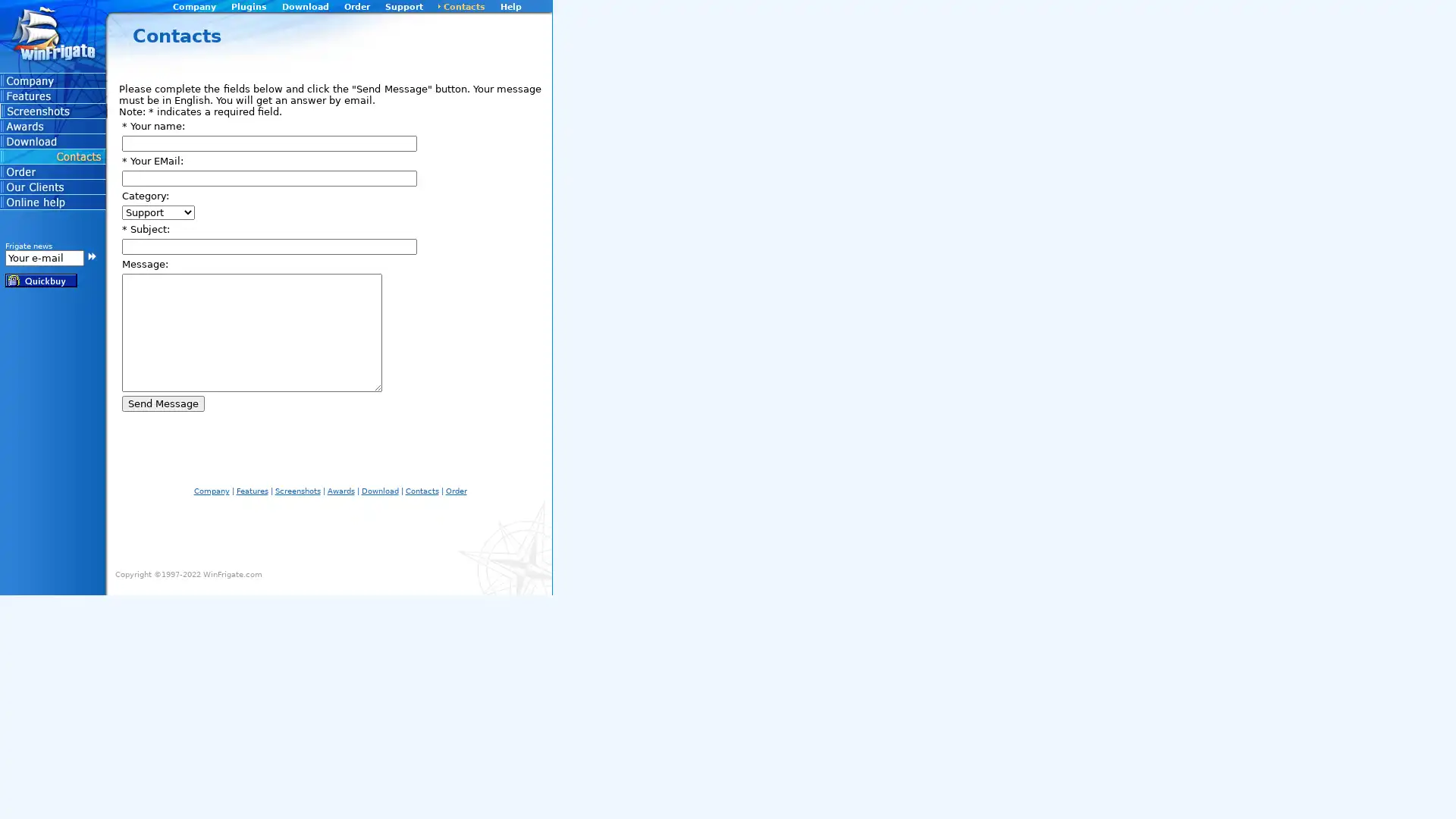 The height and width of the screenshot is (819, 1456). Describe the element at coordinates (163, 403) in the screenshot. I see `Send Message` at that location.